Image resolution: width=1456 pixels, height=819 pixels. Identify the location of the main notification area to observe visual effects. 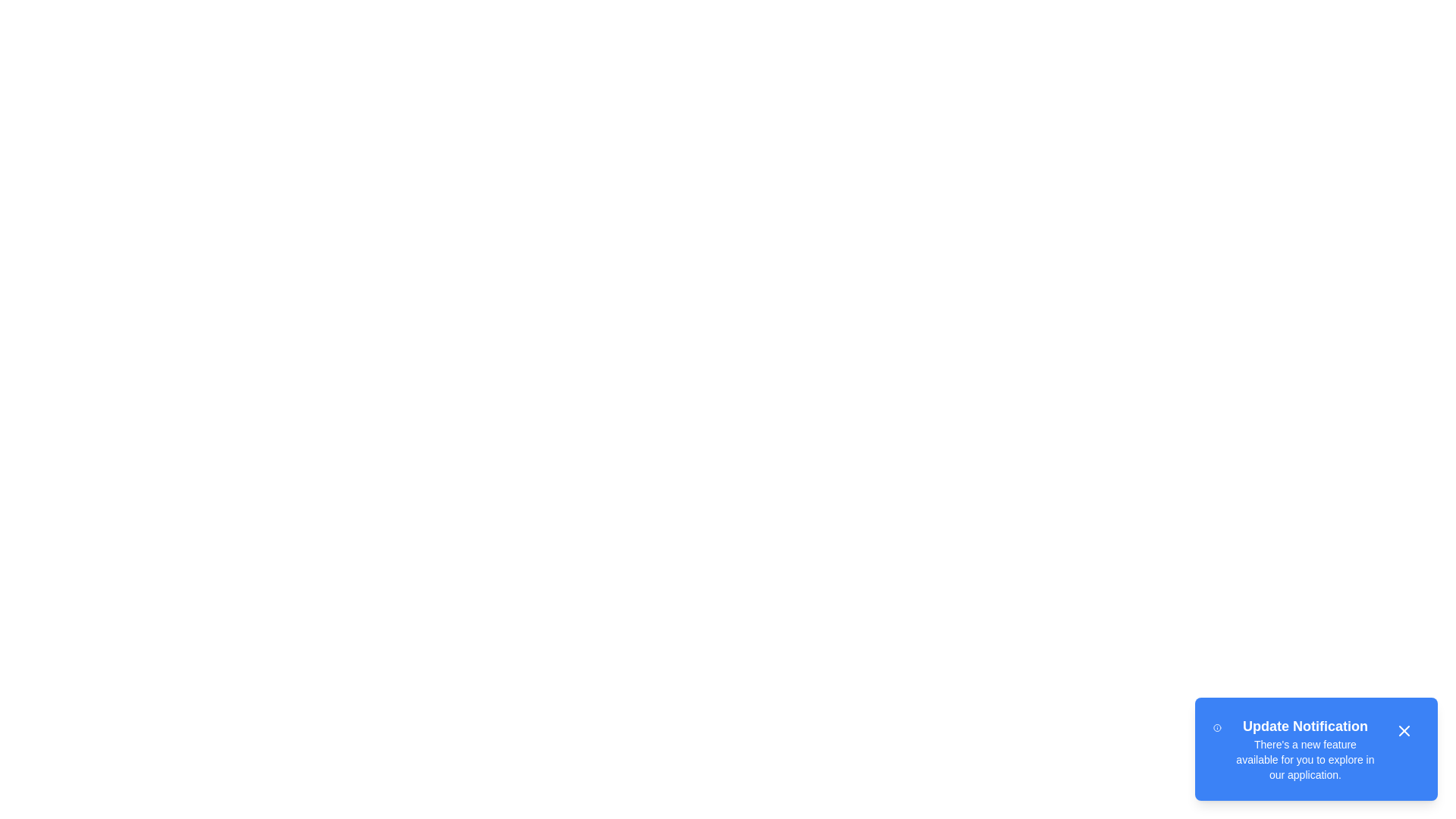
(1316, 748).